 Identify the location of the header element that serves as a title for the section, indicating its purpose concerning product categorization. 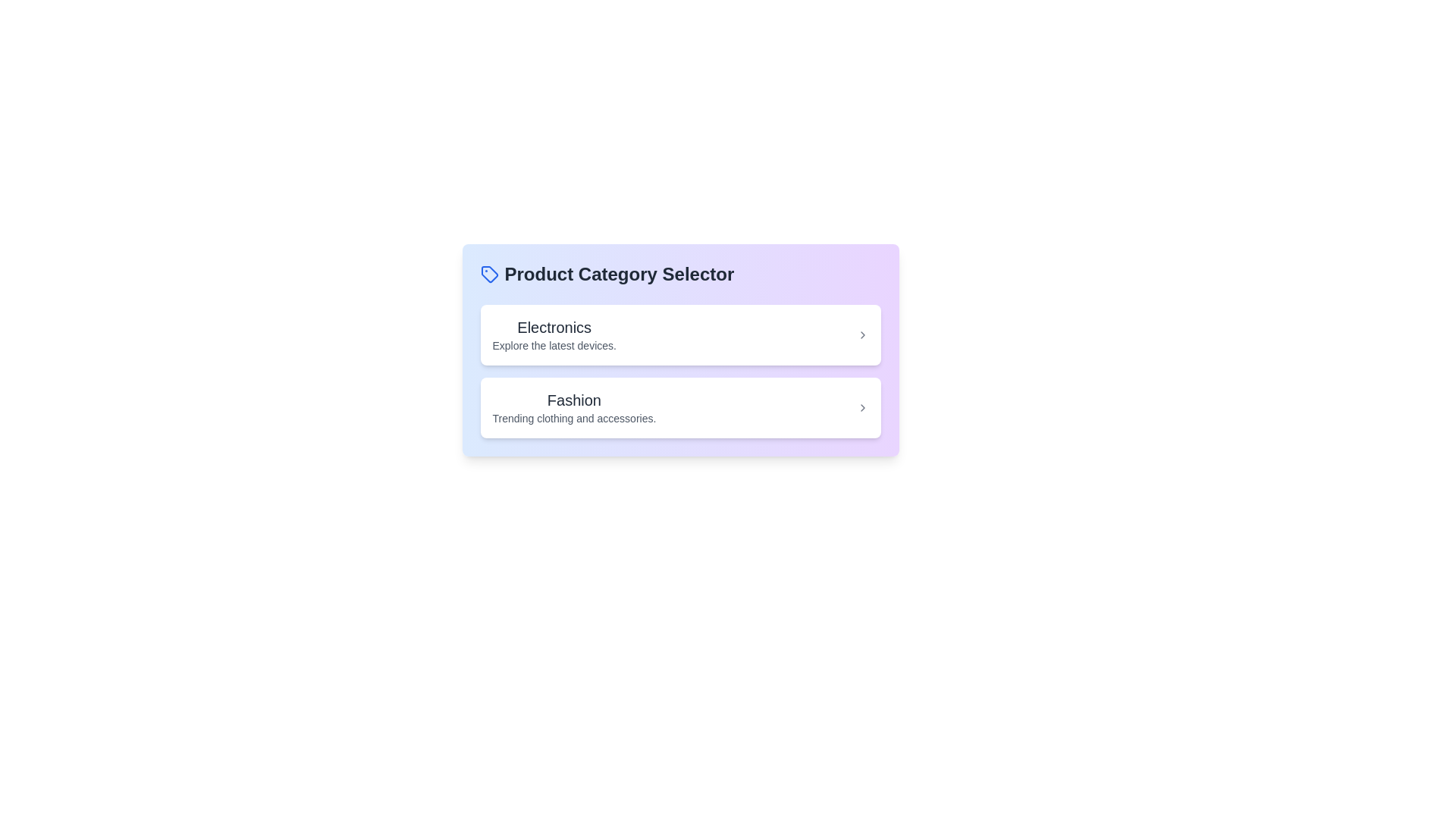
(679, 275).